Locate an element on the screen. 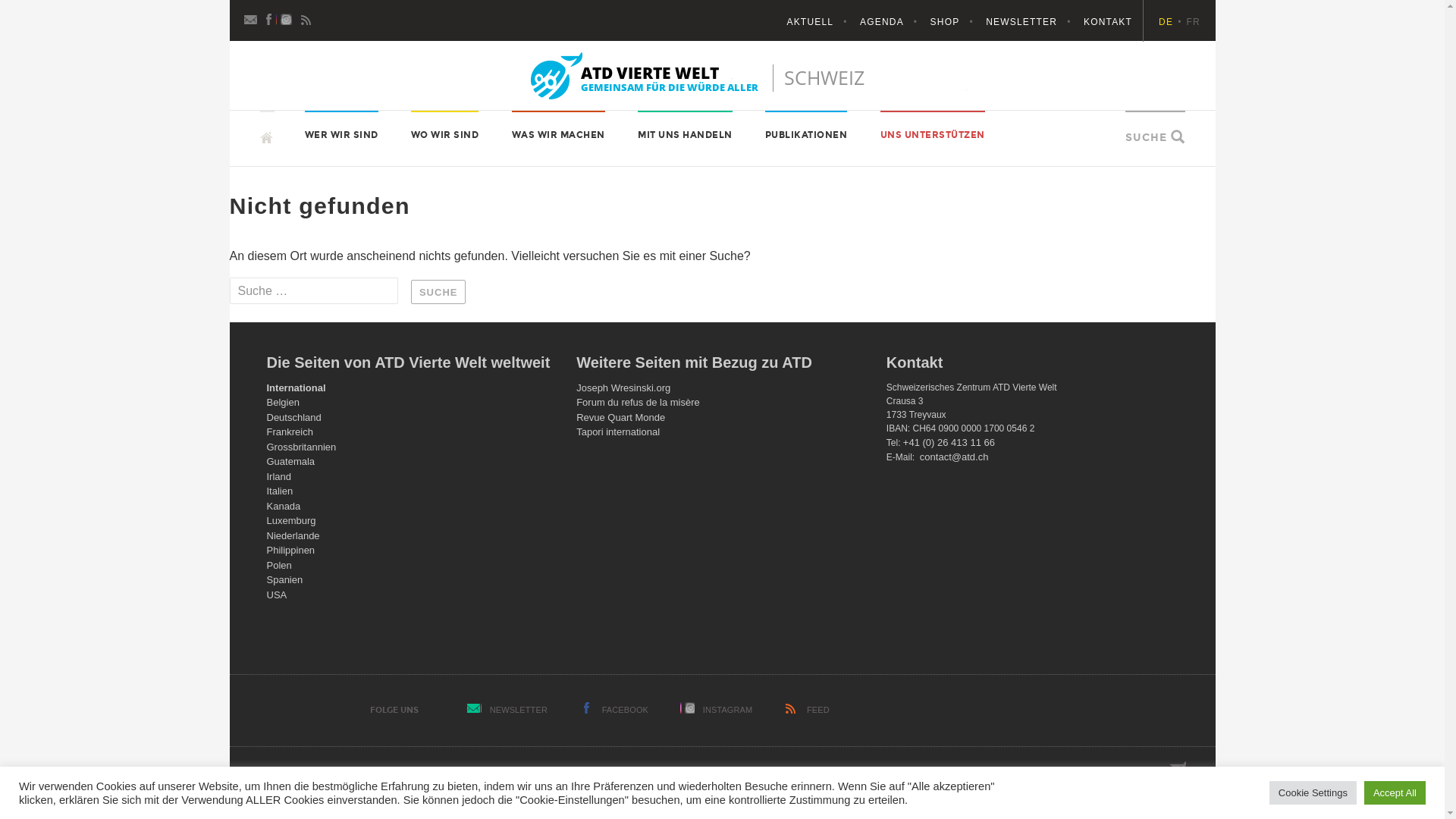  'PUBLIKATIONEN' is located at coordinates (805, 133).